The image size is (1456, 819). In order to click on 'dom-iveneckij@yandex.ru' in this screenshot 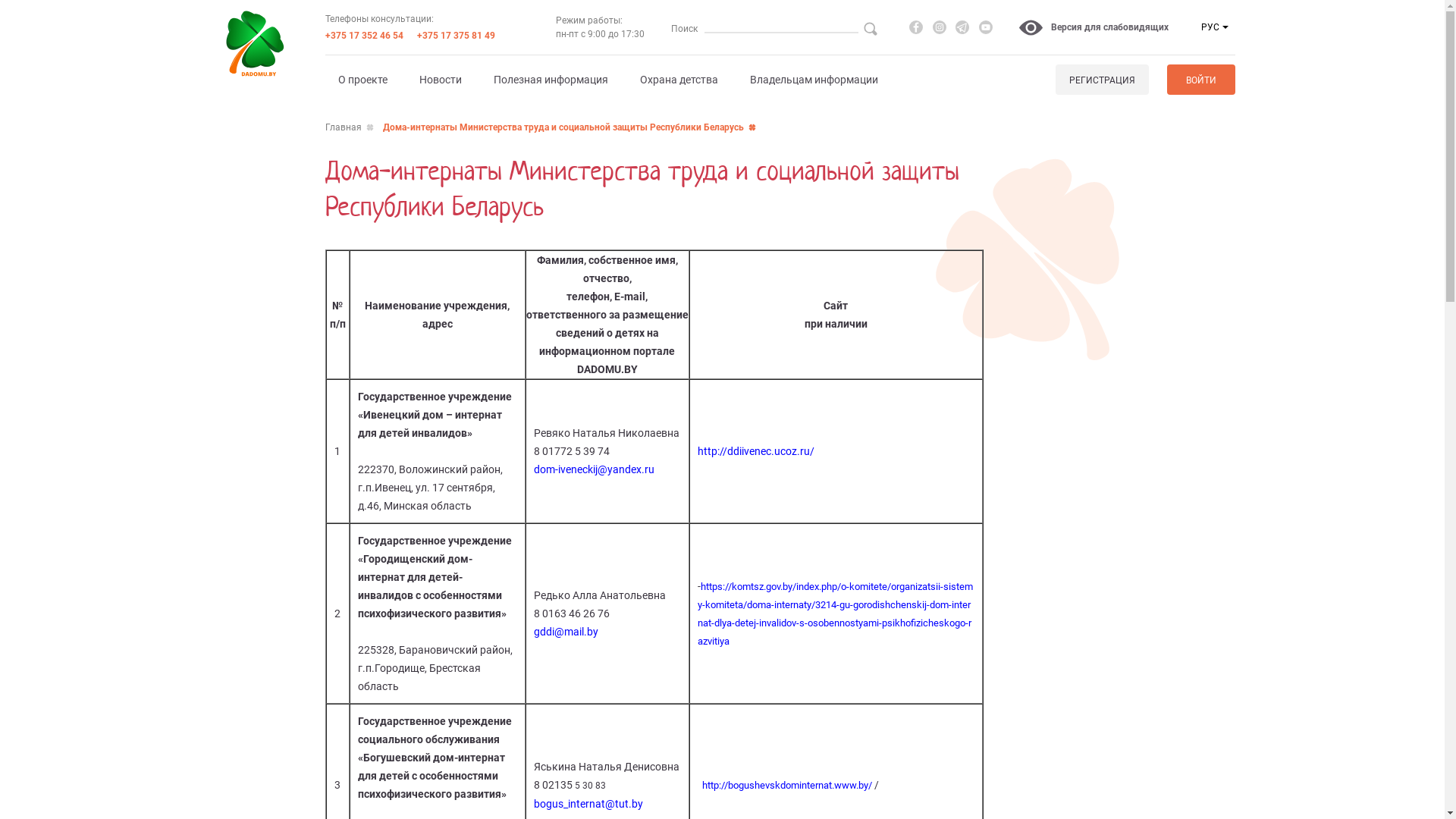, I will do `click(534, 468)`.